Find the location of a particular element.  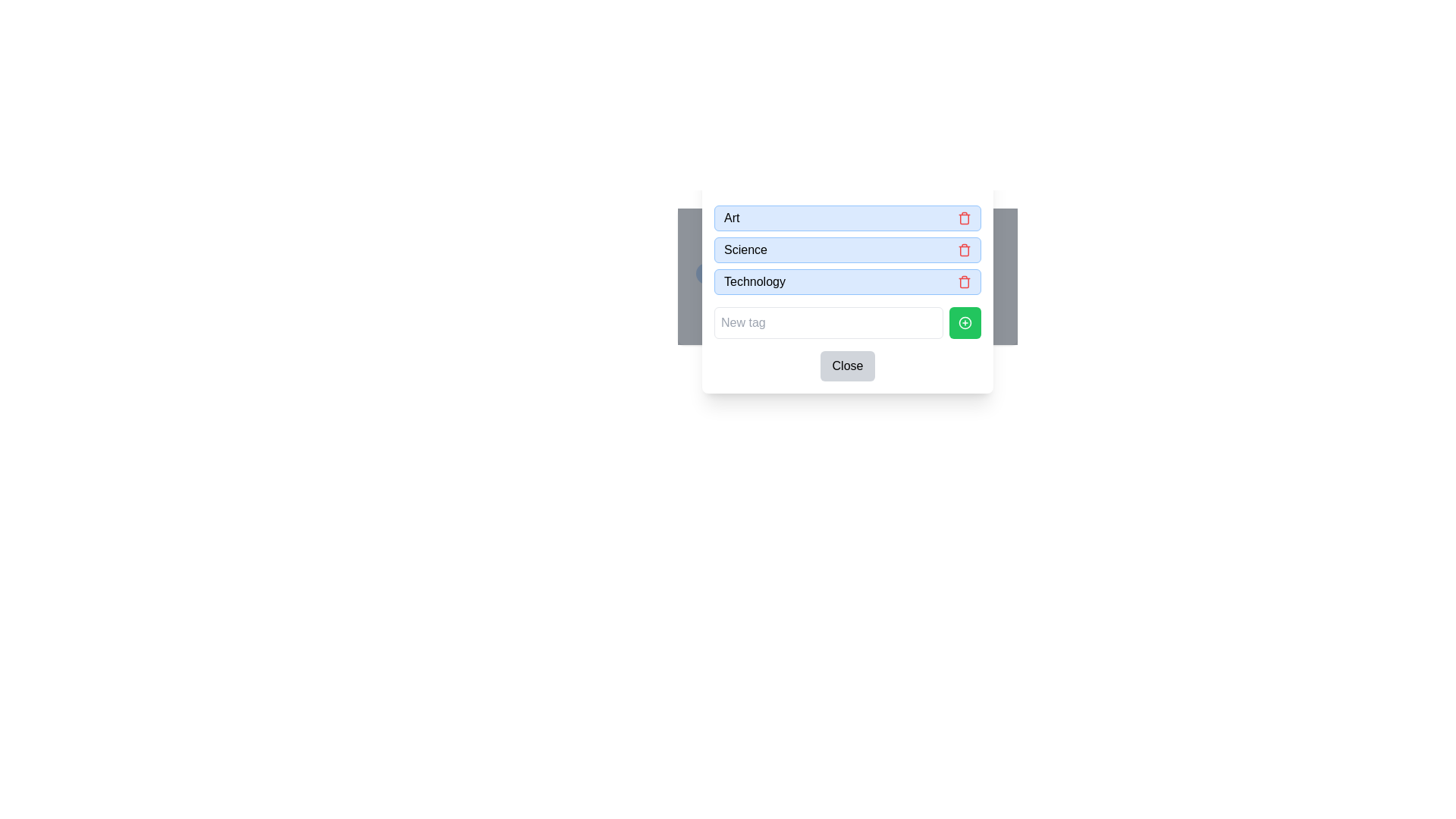

the third tag label in the horizontal row, which provides context about the associated item is located at coordinates (831, 274).